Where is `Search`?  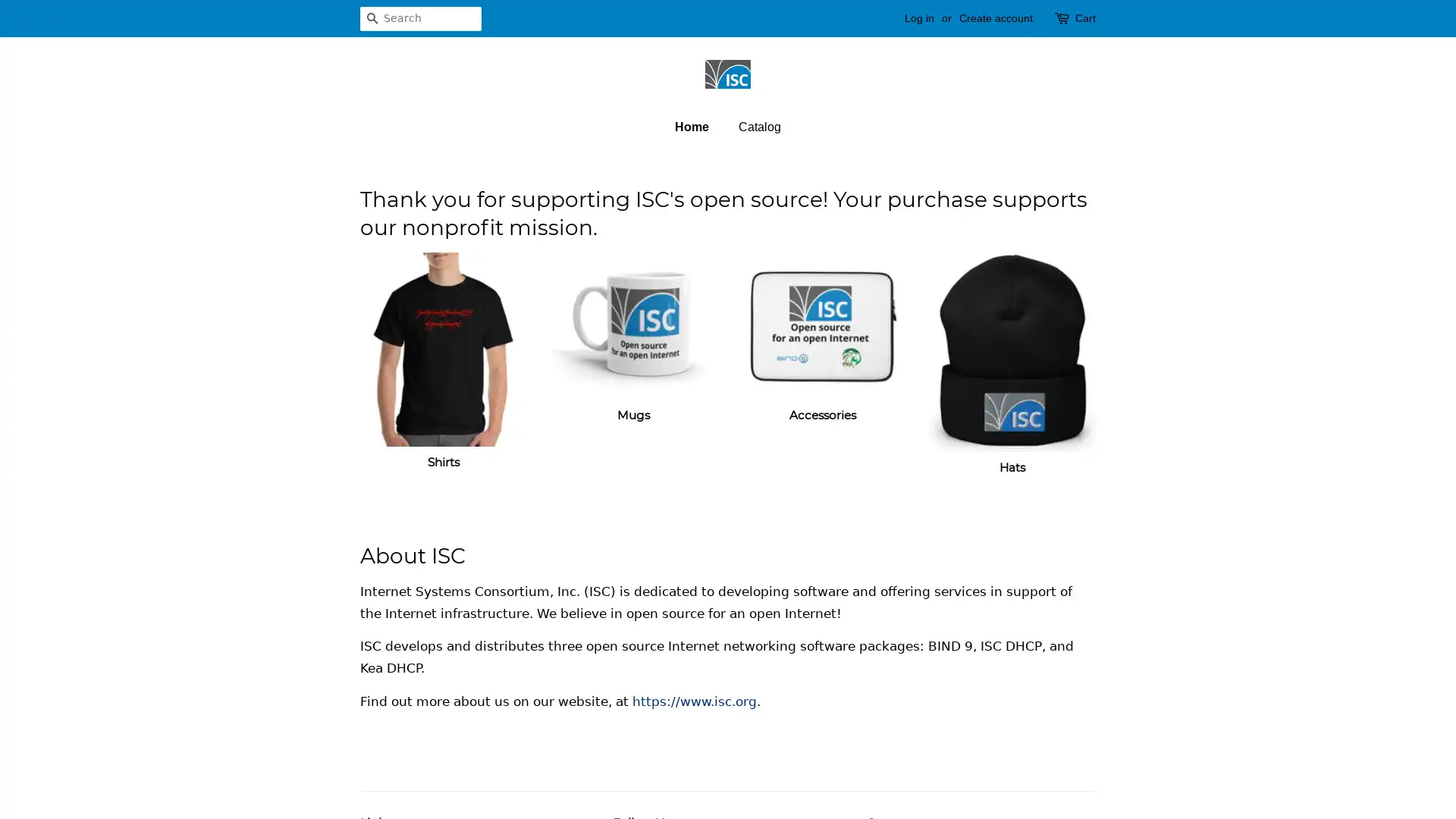
Search is located at coordinates (372, 18).